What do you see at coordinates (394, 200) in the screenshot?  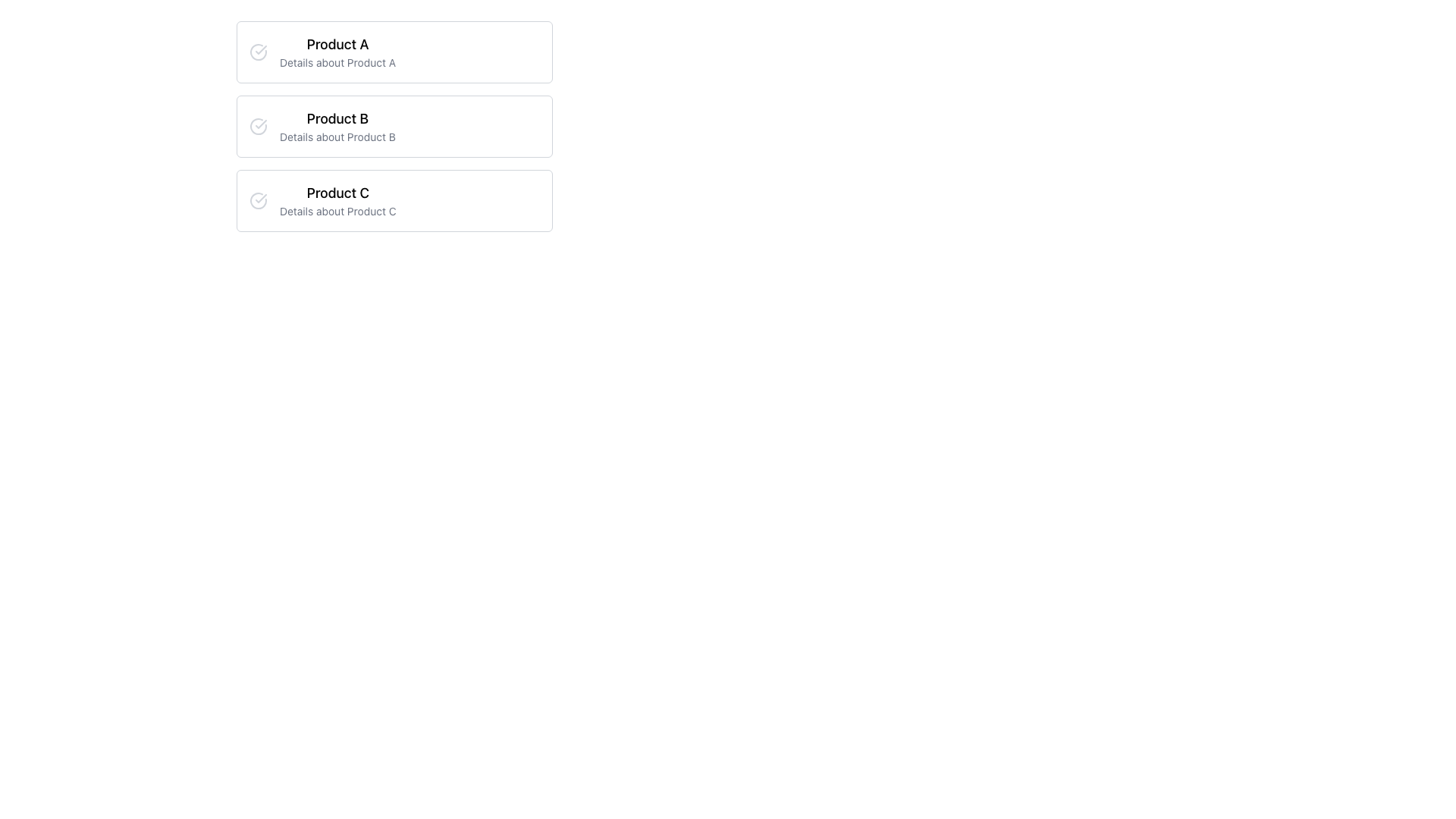 I see `the Selection Card for 'Product C', which is the third item in a vertical list of product cards` at bounding box center [394, 200].